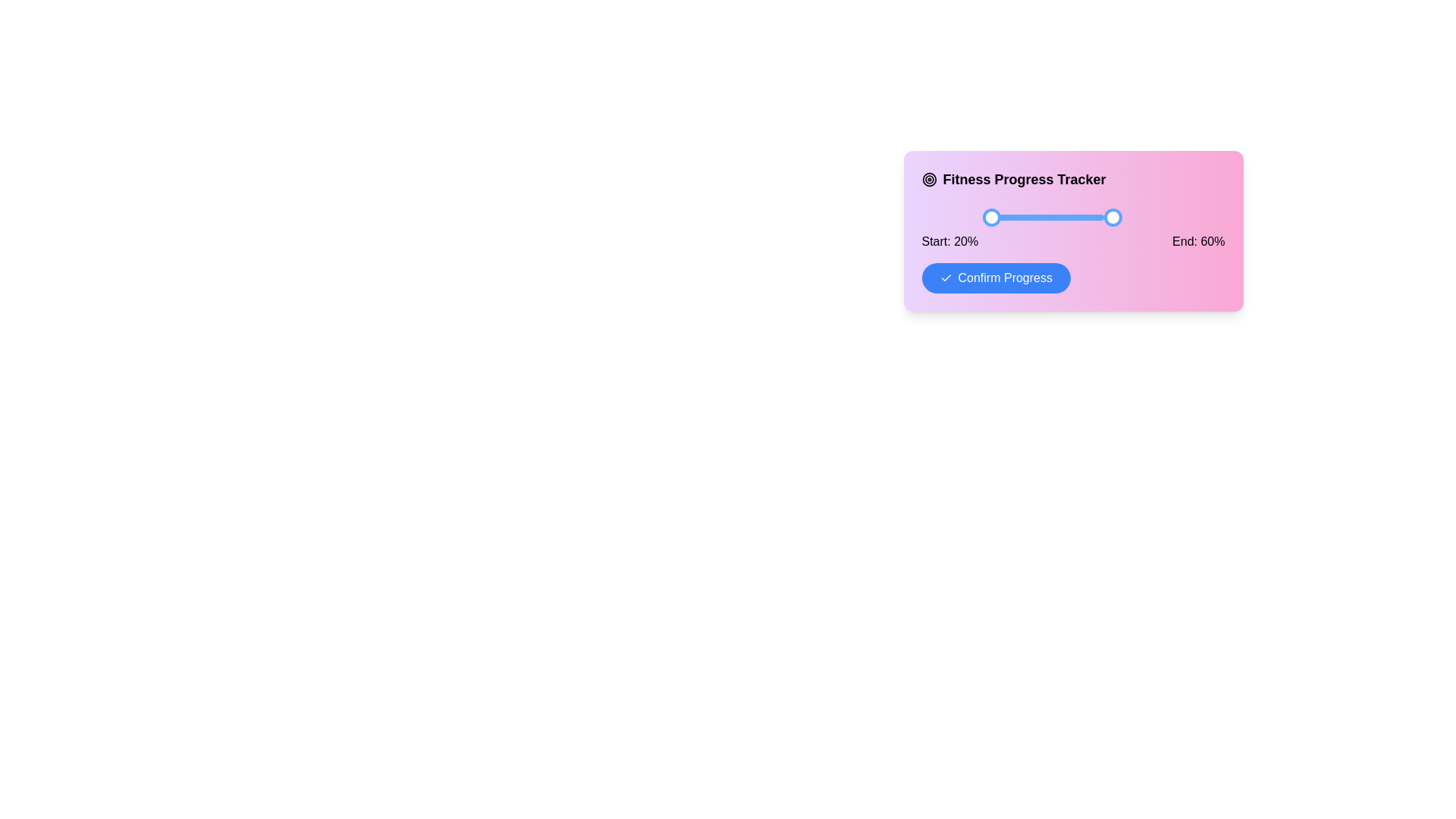 This screenshot has height=819, width=1456. Describe the element at coordinates (1072, 178) in the screenshot. I see `the text label reading 'Fitness Progress Tracker' that is accompanied by a target icon on the left and set against a pink gradient background` at that location.